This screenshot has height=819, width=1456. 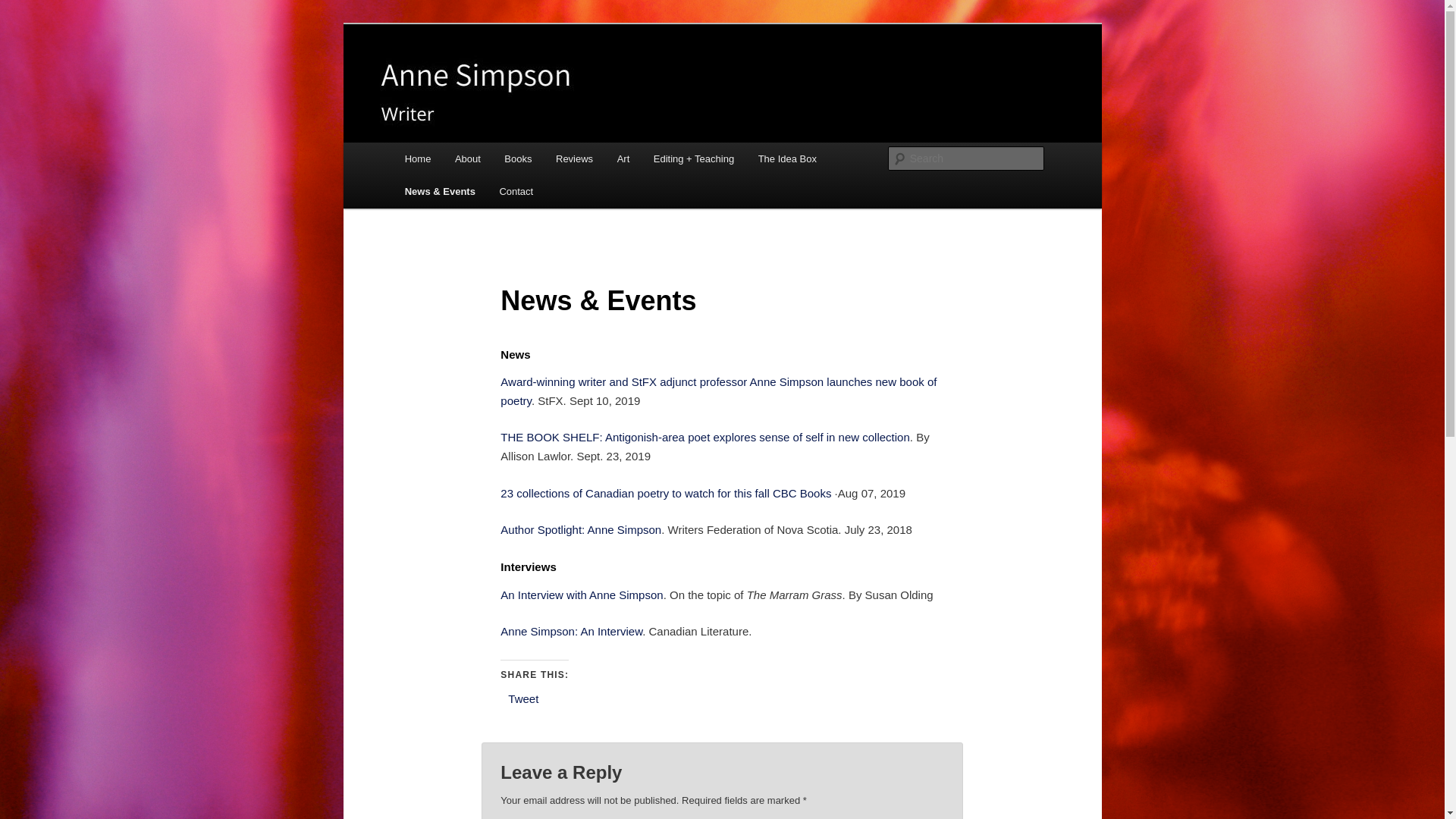 I want to click on 'Art', so click(x=623, y=158).